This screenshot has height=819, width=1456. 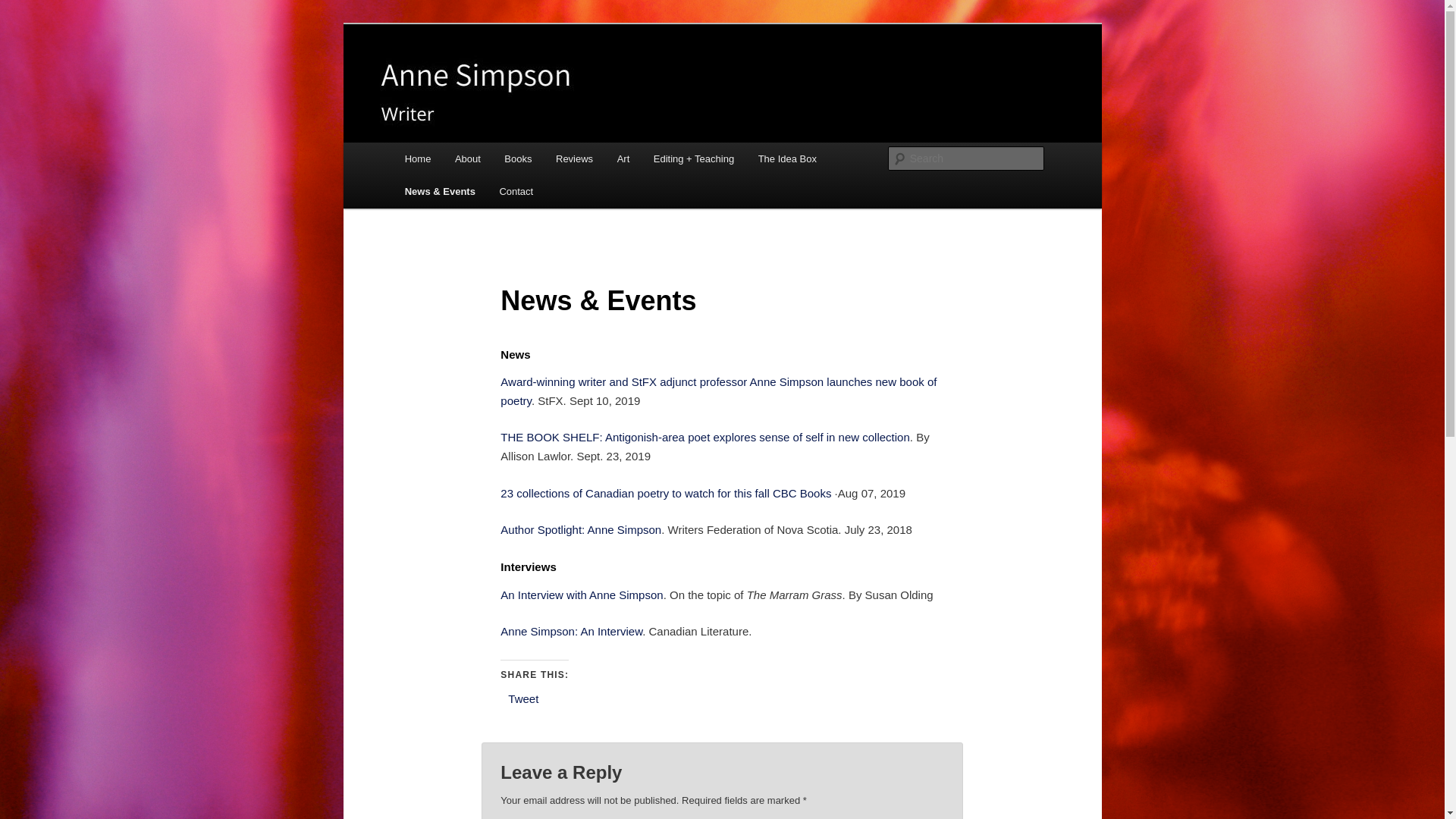 I want to click on 'Art', so click(x=623, y=158).